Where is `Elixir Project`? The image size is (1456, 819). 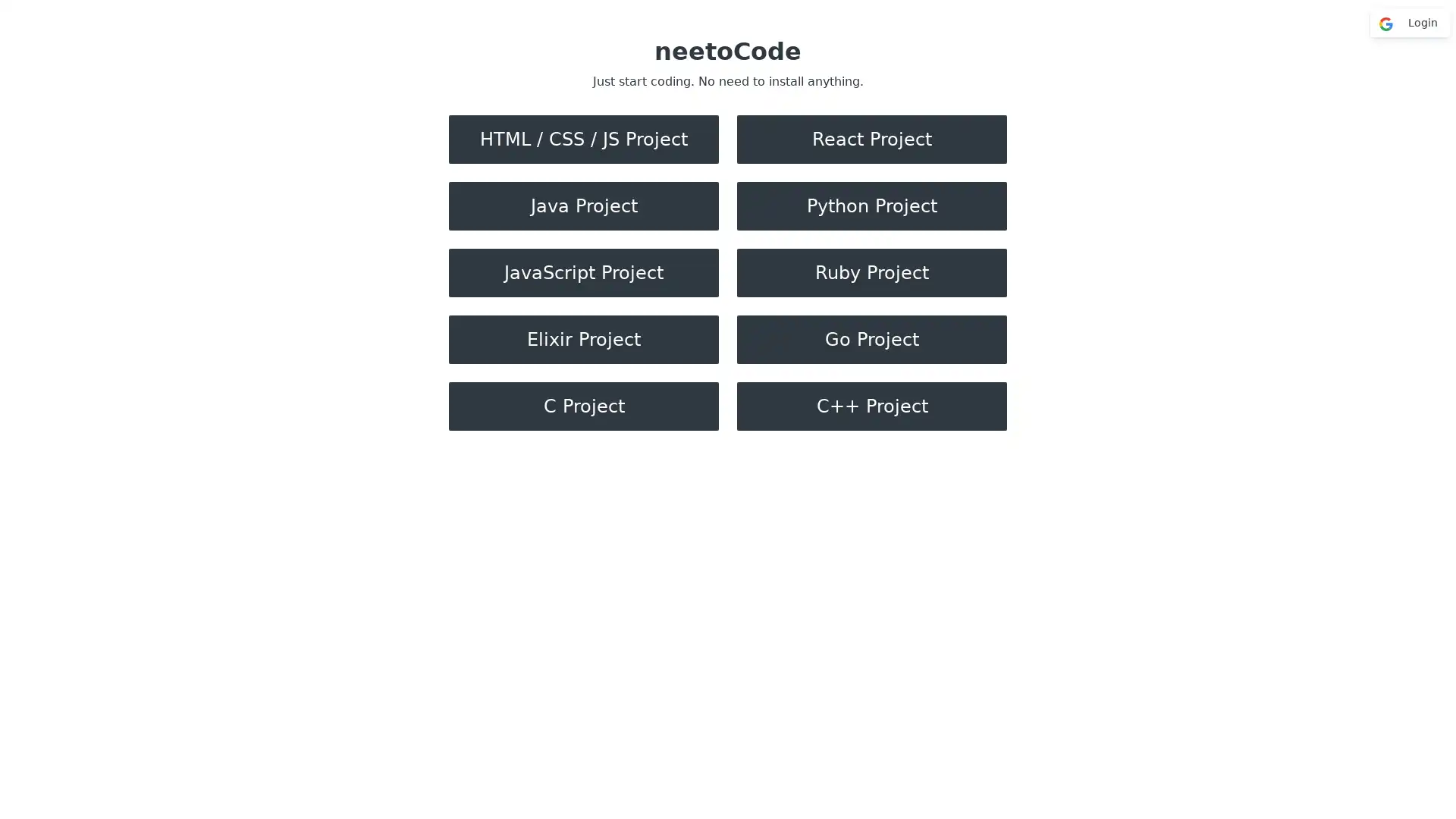 Elixir Project is located at coordinates (582, 338).